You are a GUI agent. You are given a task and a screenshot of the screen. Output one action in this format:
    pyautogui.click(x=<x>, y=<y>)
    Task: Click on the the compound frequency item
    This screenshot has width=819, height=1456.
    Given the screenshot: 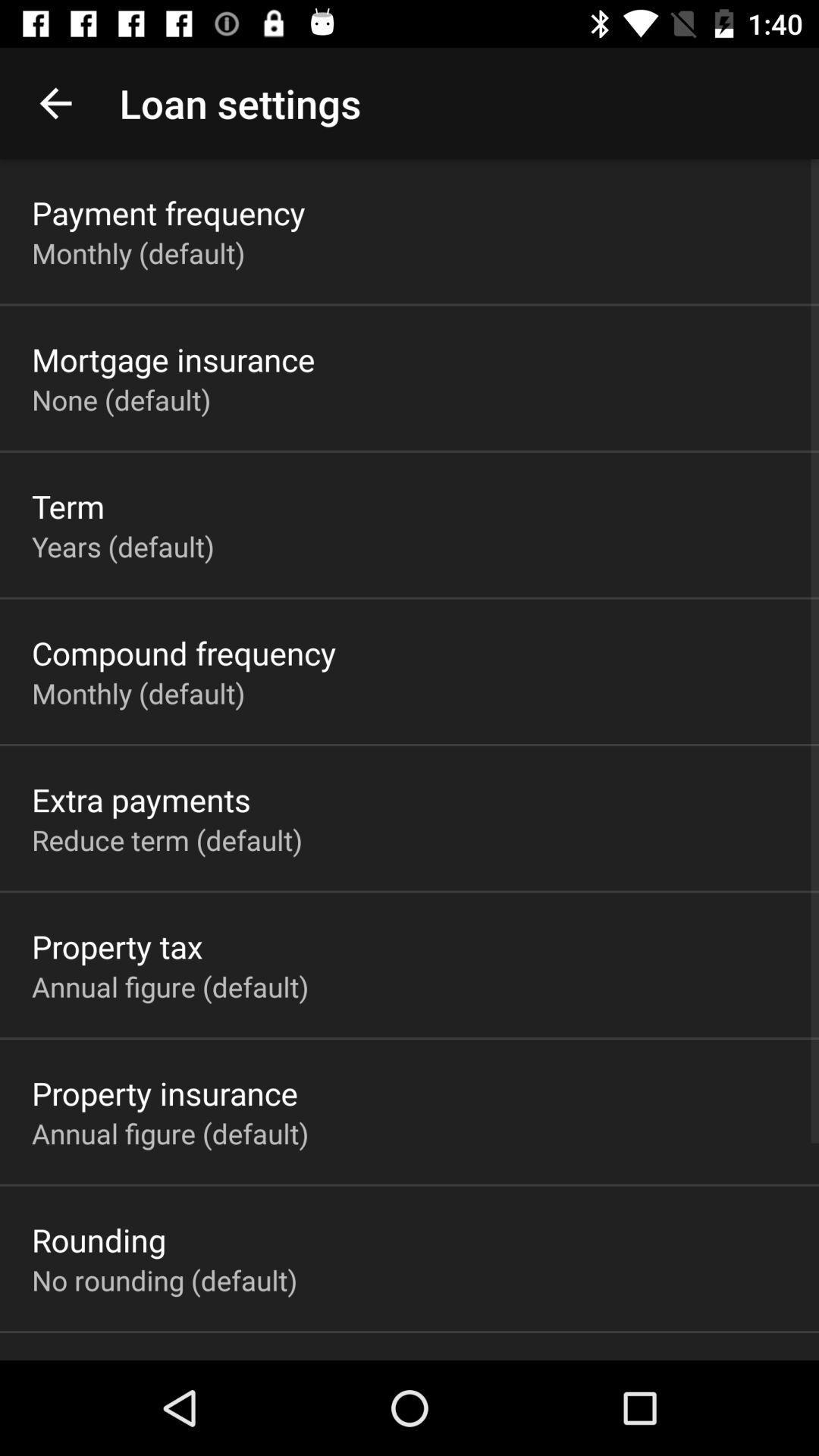 What is the action you would take?
    pyautogui.click(x=183, y=652)
    